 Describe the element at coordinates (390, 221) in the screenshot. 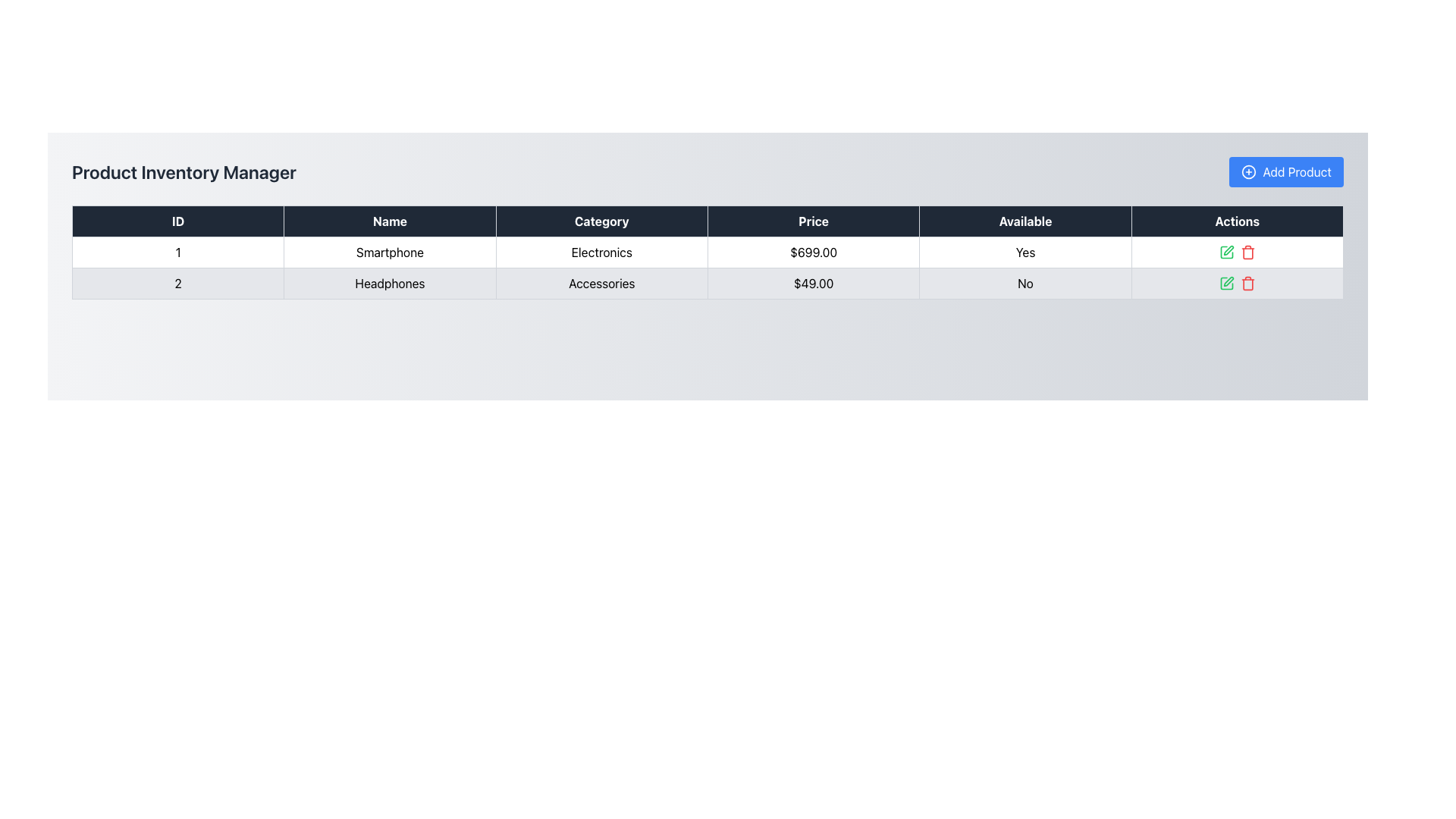

I see `the text label displaying 'Name' which is located in the second column of the header row in the table under 'Product Inventory Manager'` at that location.